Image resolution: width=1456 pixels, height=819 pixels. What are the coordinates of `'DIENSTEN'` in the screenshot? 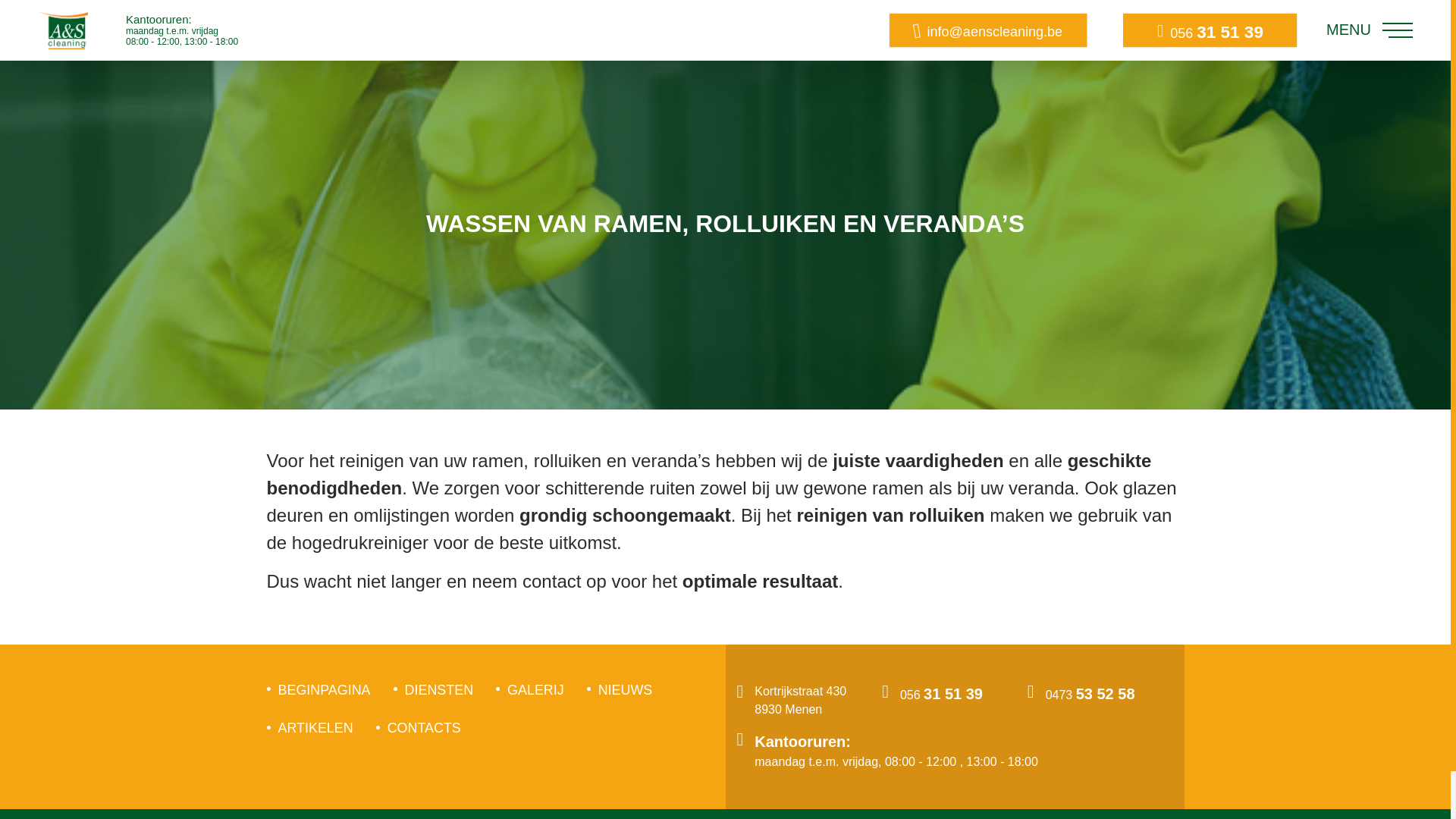 It's located at (404, 690).